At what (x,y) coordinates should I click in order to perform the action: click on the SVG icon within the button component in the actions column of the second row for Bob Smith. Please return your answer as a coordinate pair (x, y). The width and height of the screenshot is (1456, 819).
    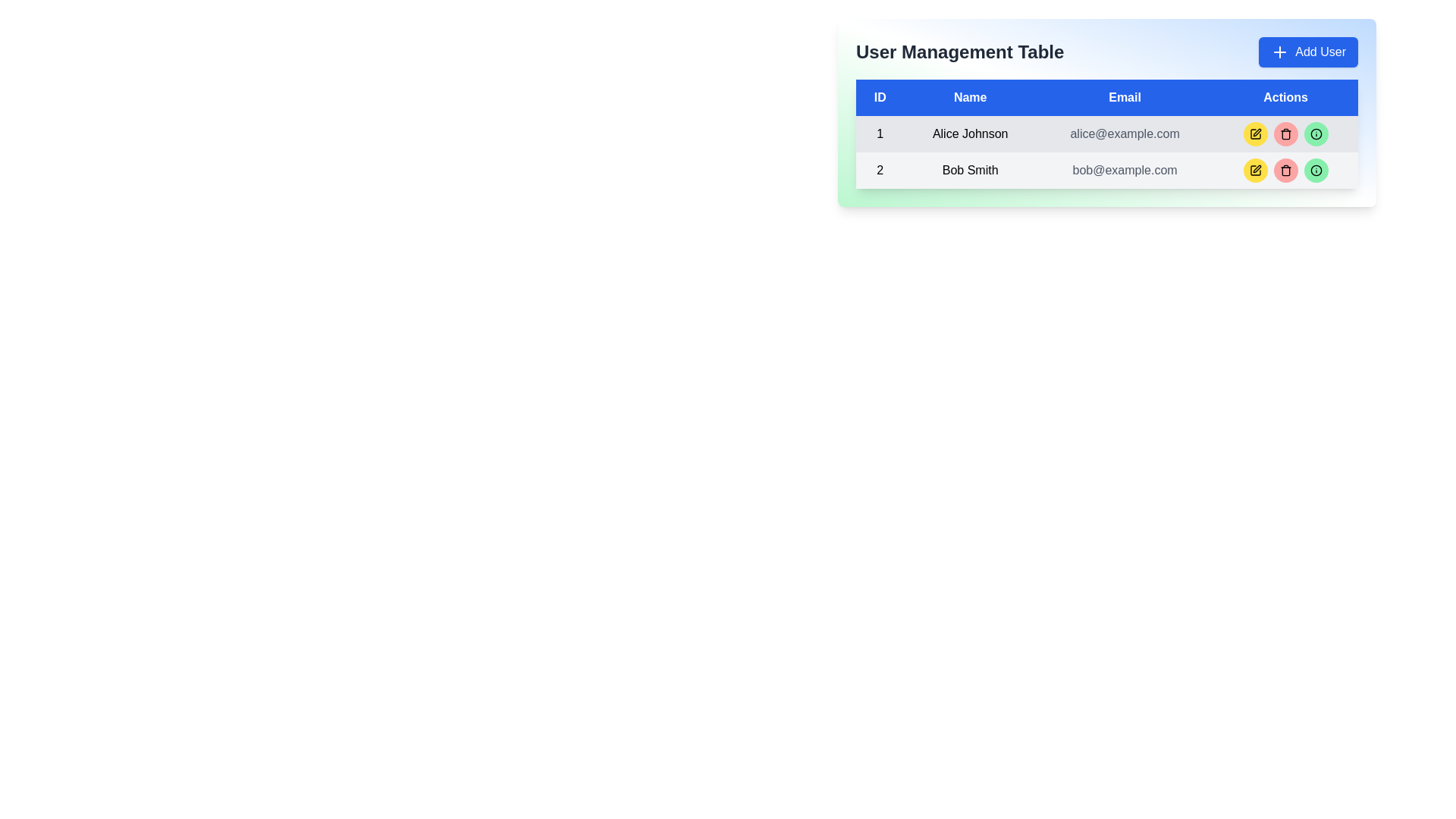
    Looking at the image, I should click on (1285, 133).